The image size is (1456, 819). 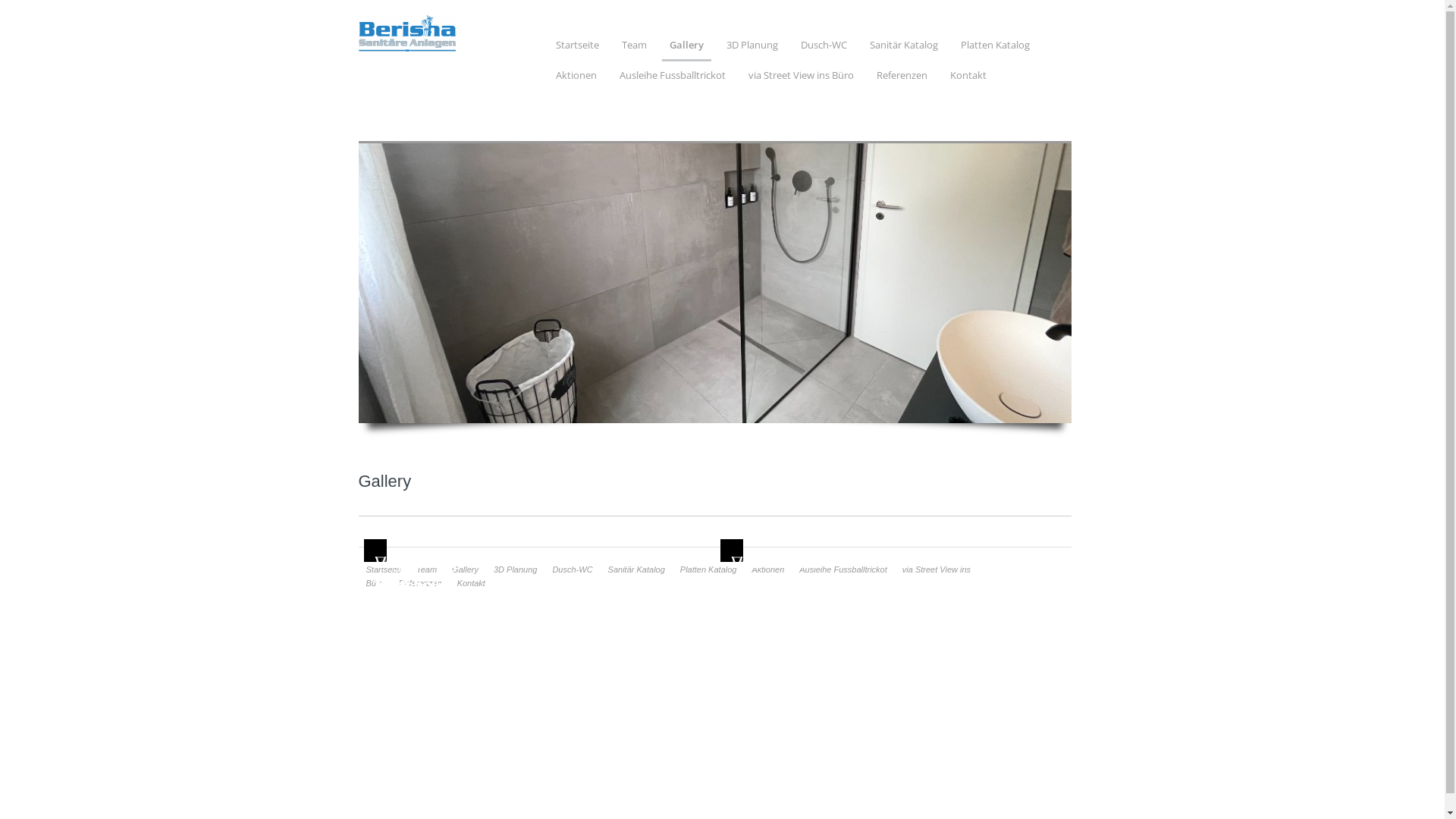 I want to click on 'Ausleihe Fussballtrickot', so click(x=799, y=570).